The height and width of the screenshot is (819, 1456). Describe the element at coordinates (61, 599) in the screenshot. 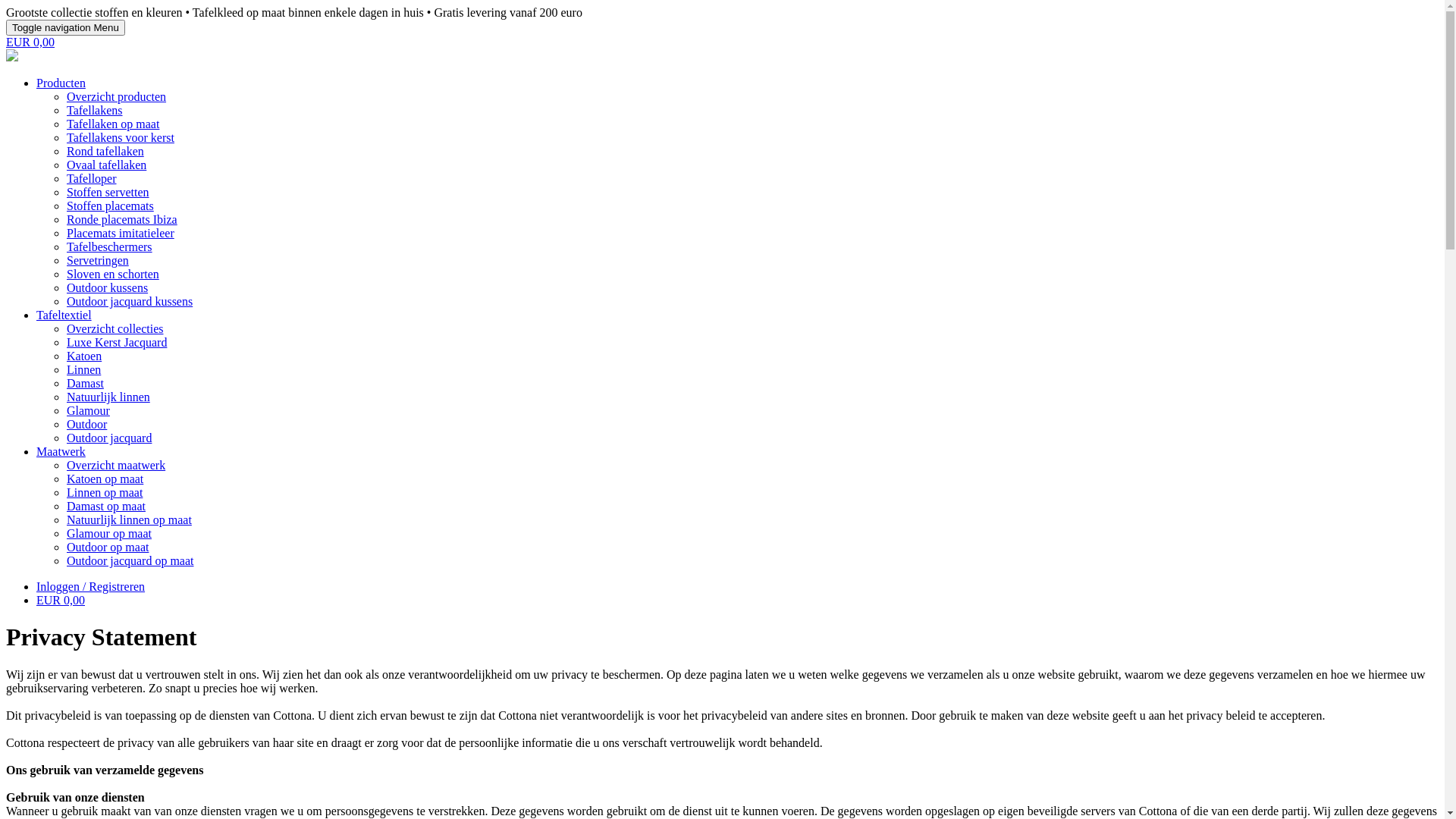

I see `'EUR 0,00'` at that location.